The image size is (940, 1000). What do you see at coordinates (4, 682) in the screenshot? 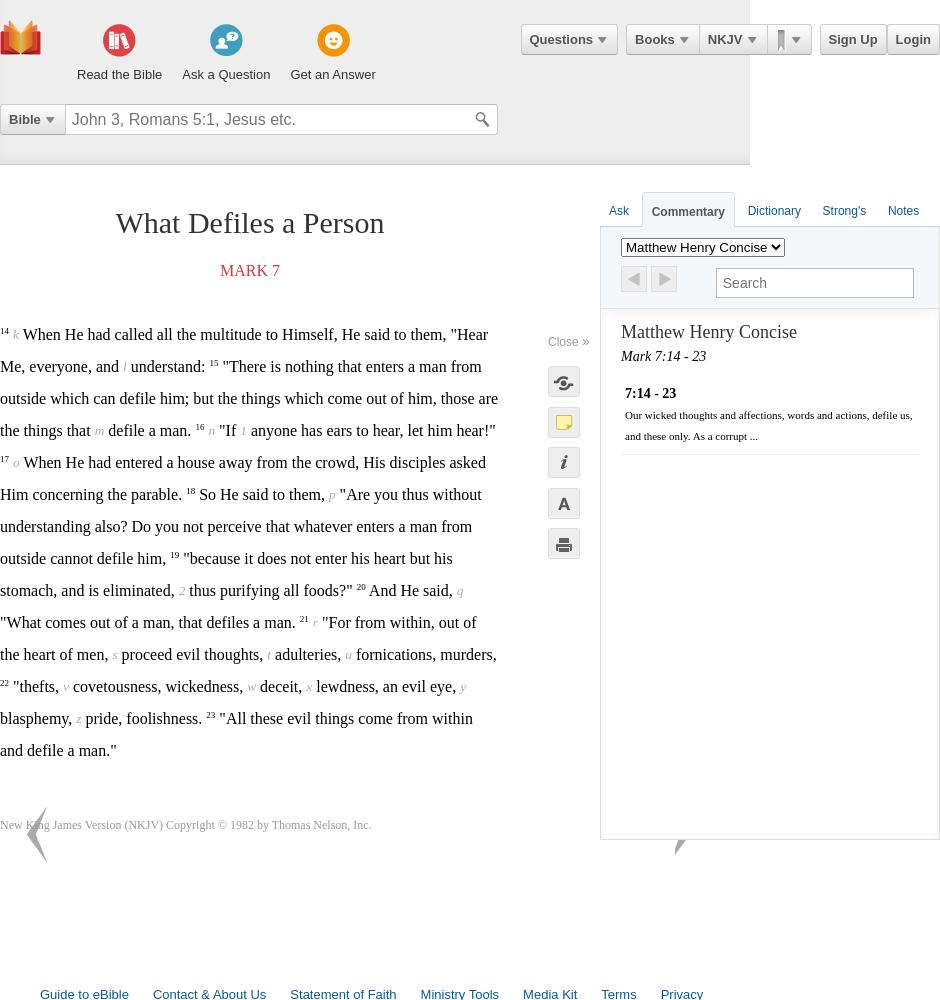
I see `'22'` at bounding box center [4, 682].